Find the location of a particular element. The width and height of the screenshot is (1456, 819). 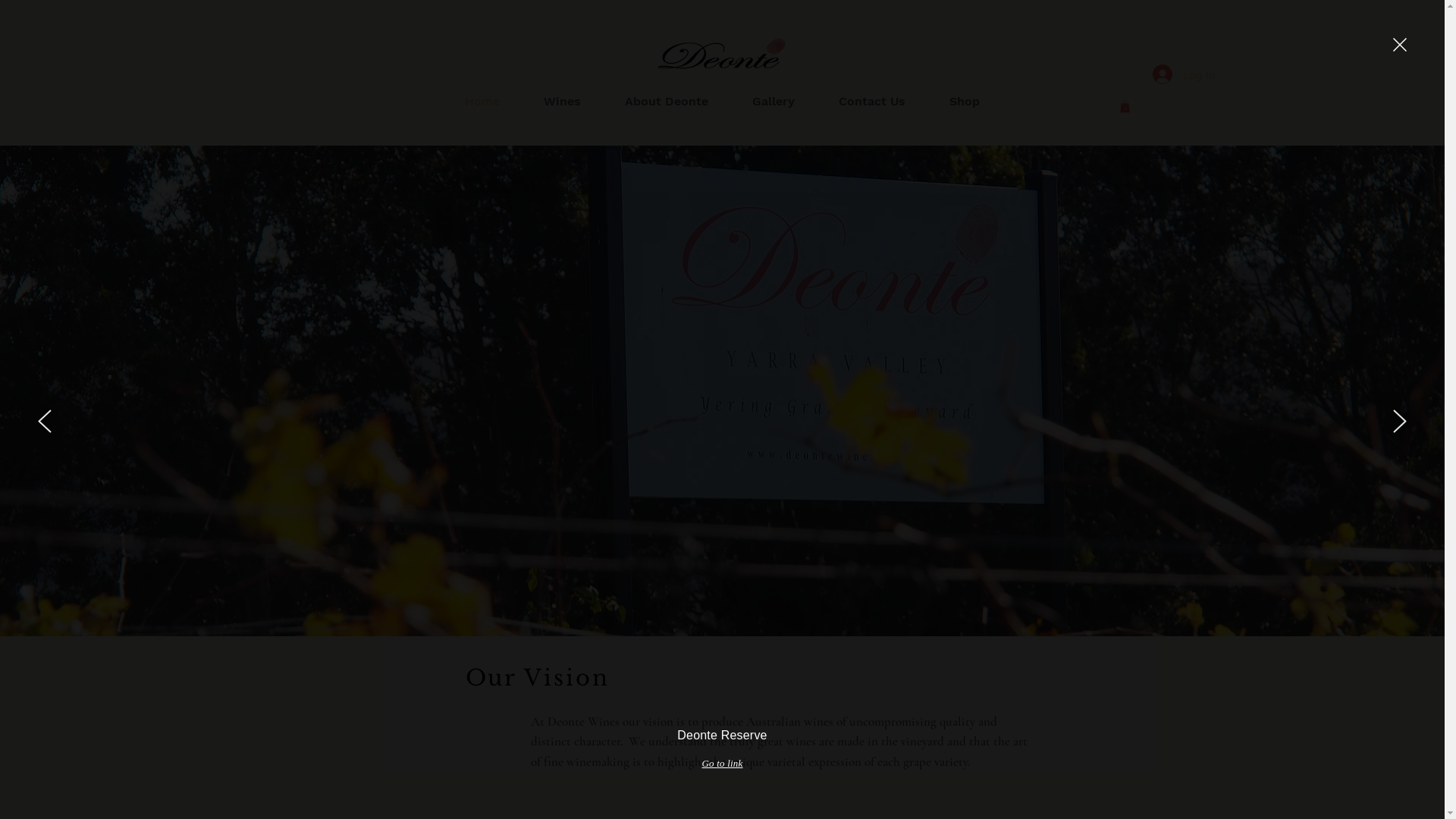

'Contact Us' is located at coordinates (871, 102).